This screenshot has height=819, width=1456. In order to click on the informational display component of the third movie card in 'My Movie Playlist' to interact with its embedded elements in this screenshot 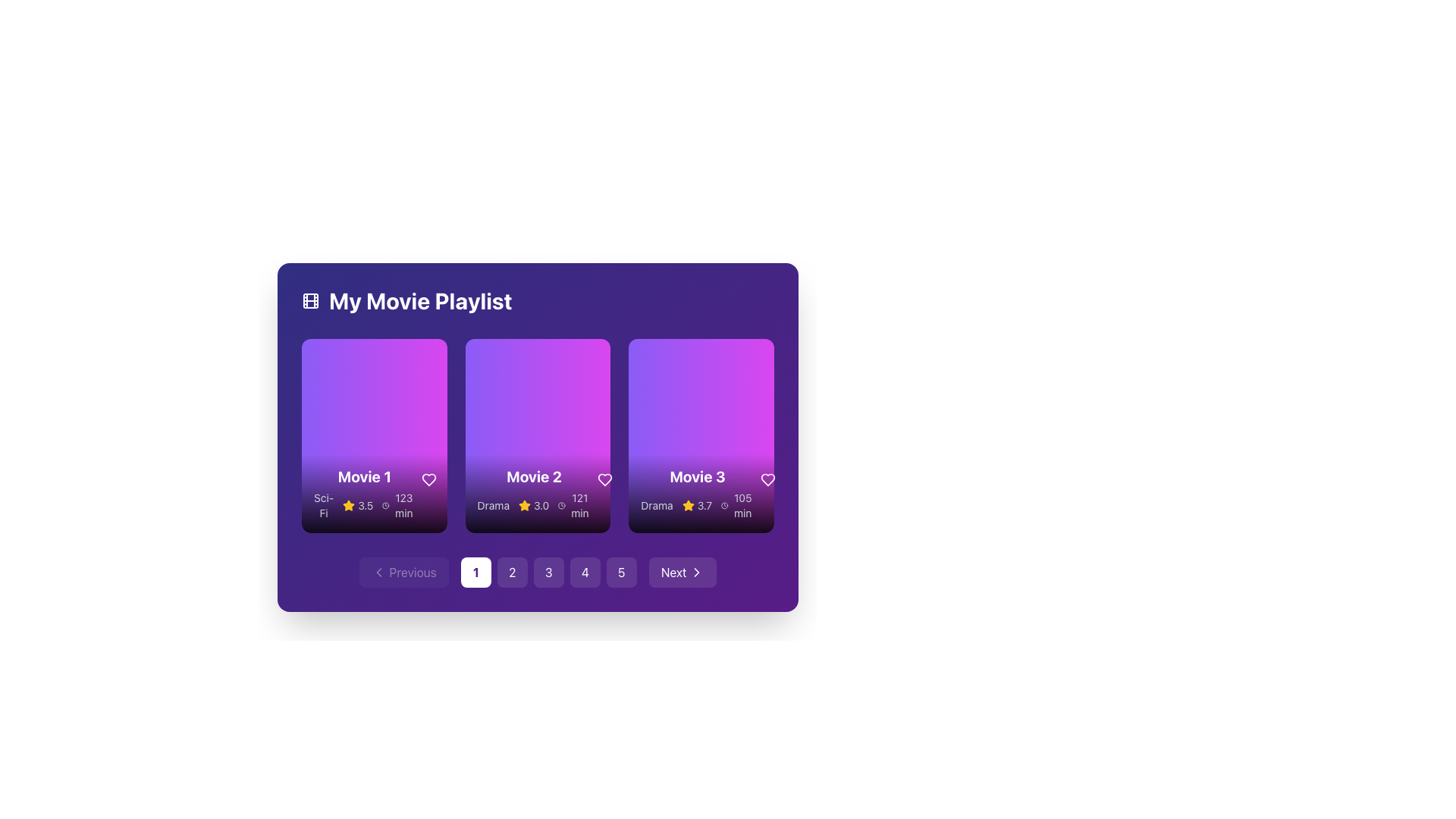, I will do `click(701, 494)`.